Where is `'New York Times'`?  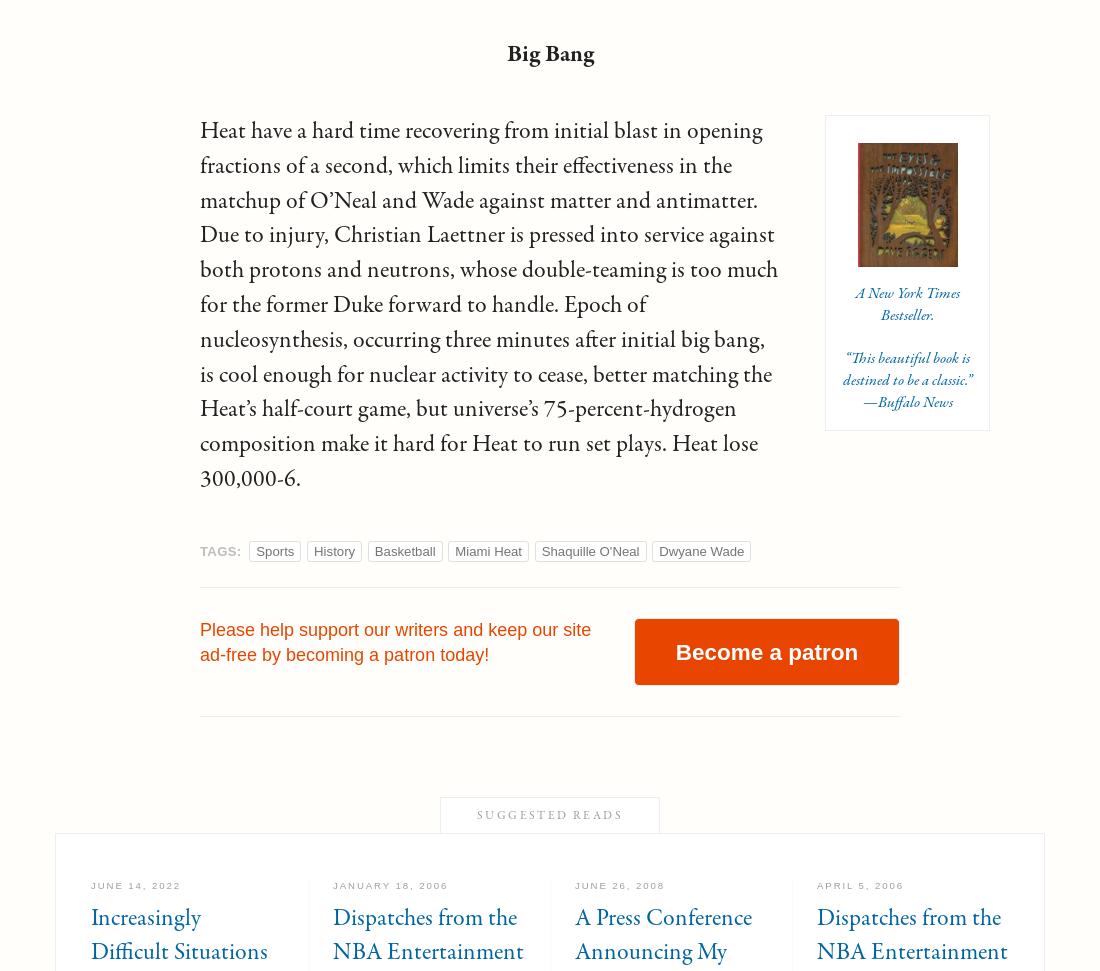 'New York Times' is located at coordinates (913, 292).